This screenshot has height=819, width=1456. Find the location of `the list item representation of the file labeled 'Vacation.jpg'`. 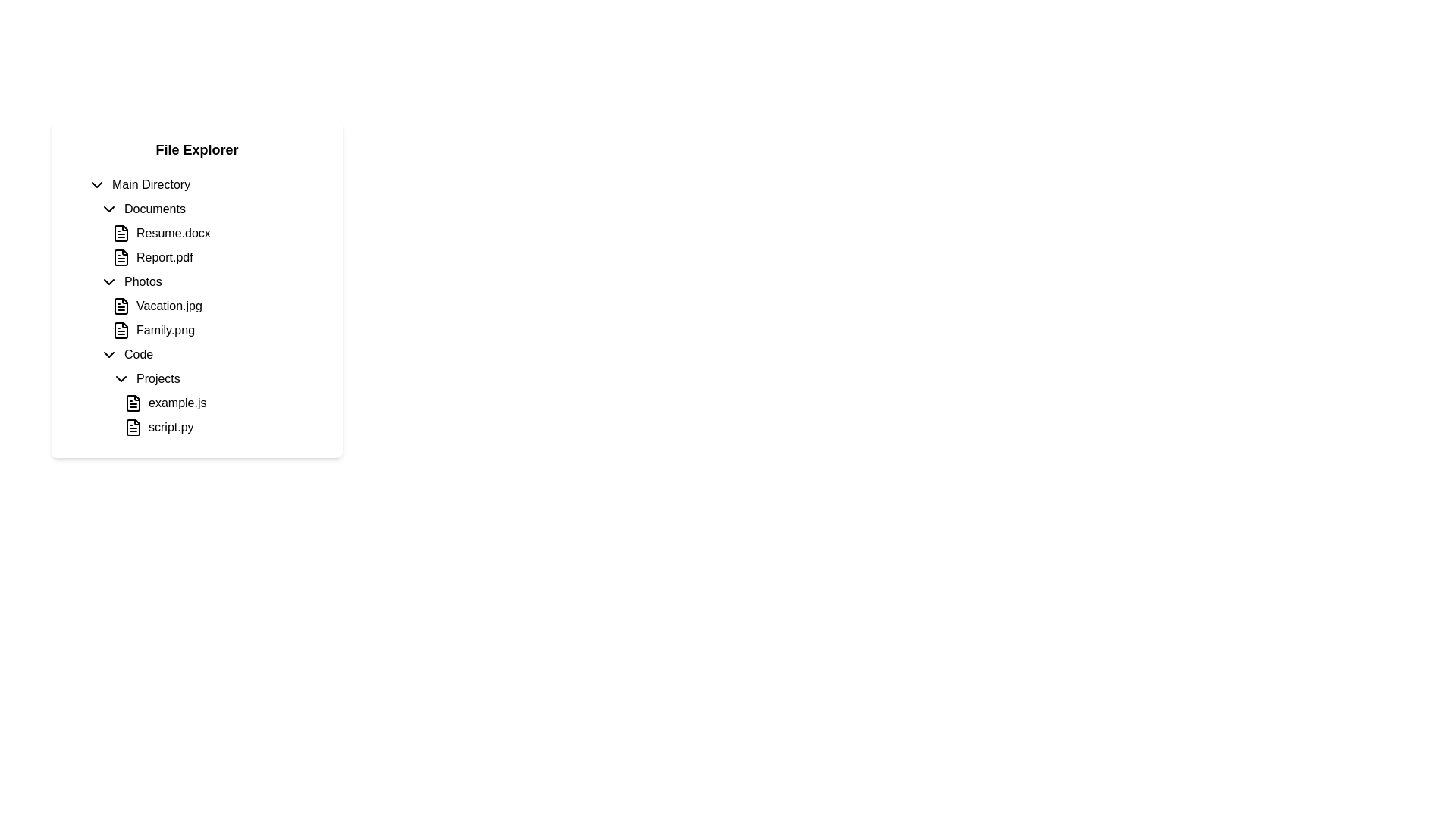

the list item representation of the file labeled 'Vacation.jpg' is located at coordinates (202, 306).